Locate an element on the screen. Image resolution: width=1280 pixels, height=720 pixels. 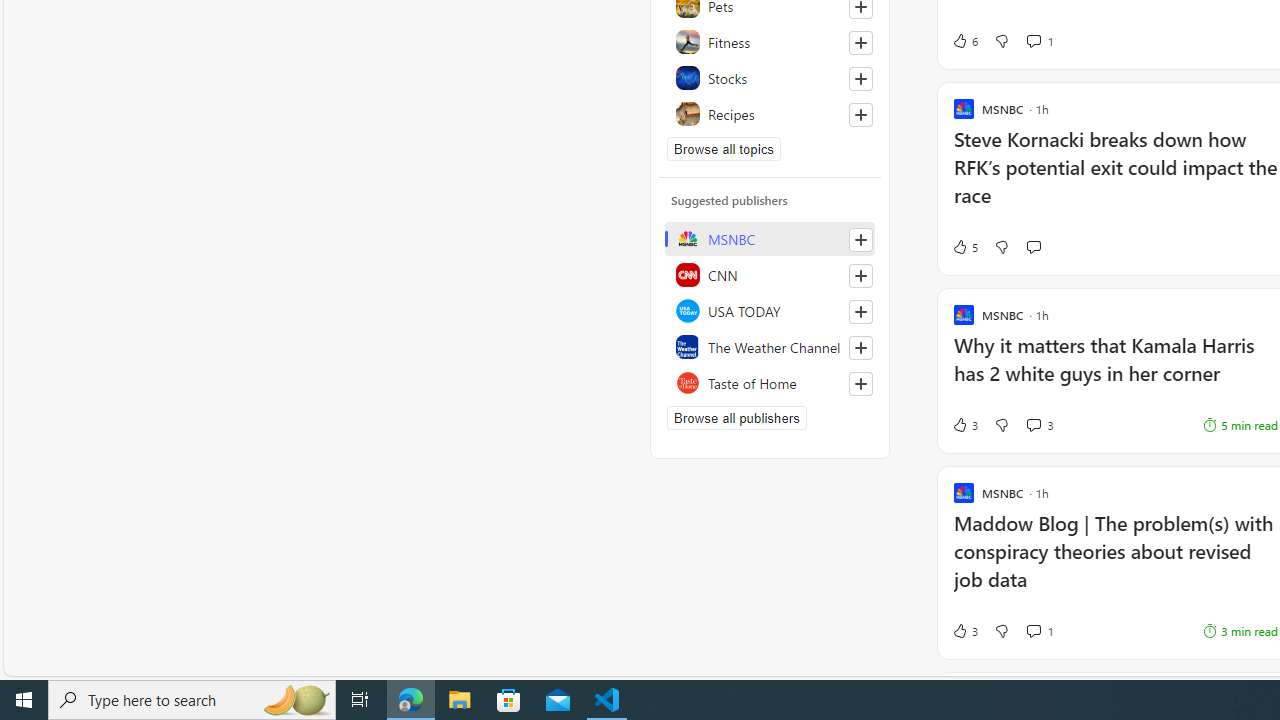
'Recipes' is located at coordinates (769, 114).